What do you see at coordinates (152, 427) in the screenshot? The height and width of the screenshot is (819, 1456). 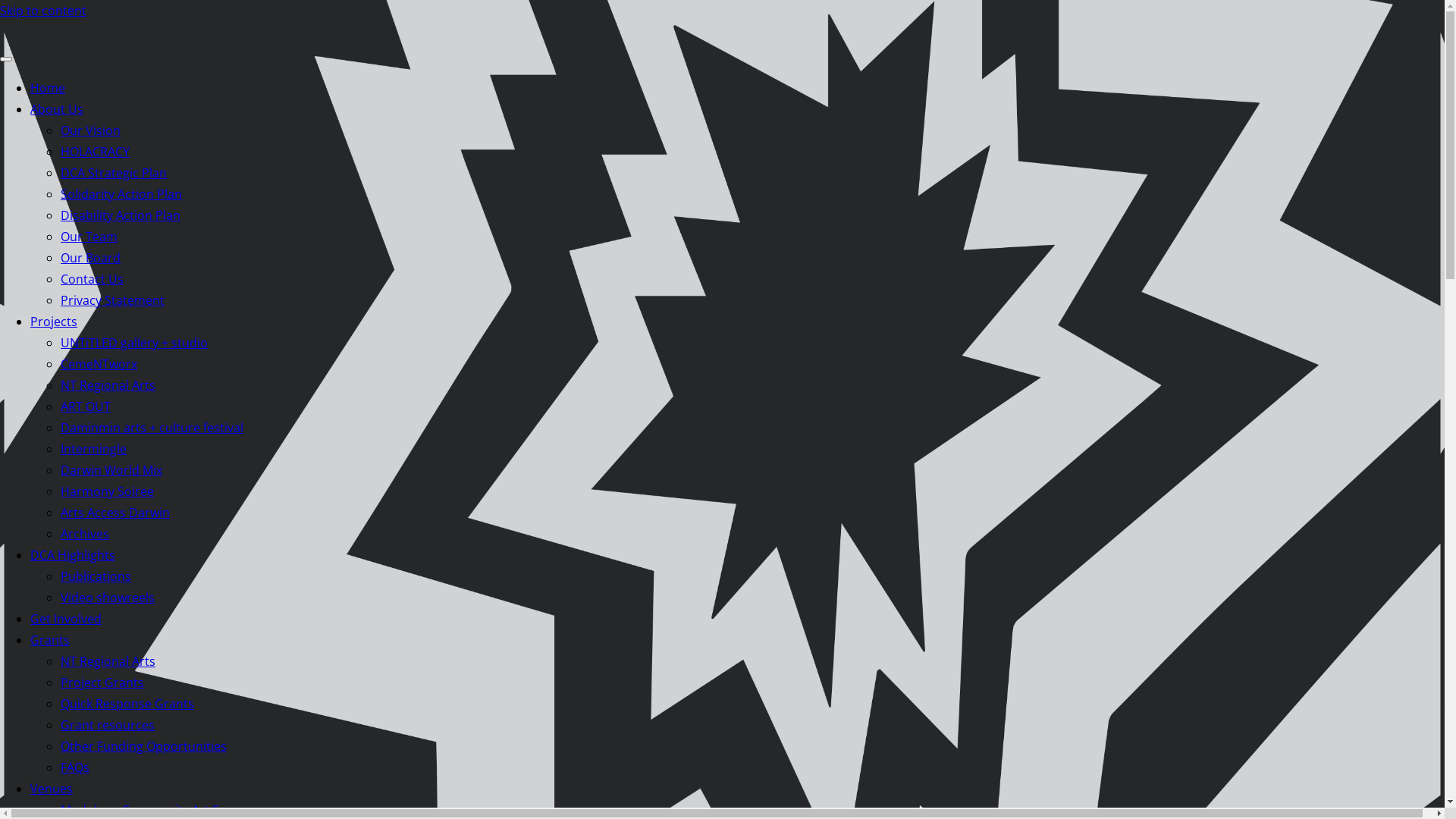 I see `'Daminmin arts + culture festival'` at bounding box center [152, 427].